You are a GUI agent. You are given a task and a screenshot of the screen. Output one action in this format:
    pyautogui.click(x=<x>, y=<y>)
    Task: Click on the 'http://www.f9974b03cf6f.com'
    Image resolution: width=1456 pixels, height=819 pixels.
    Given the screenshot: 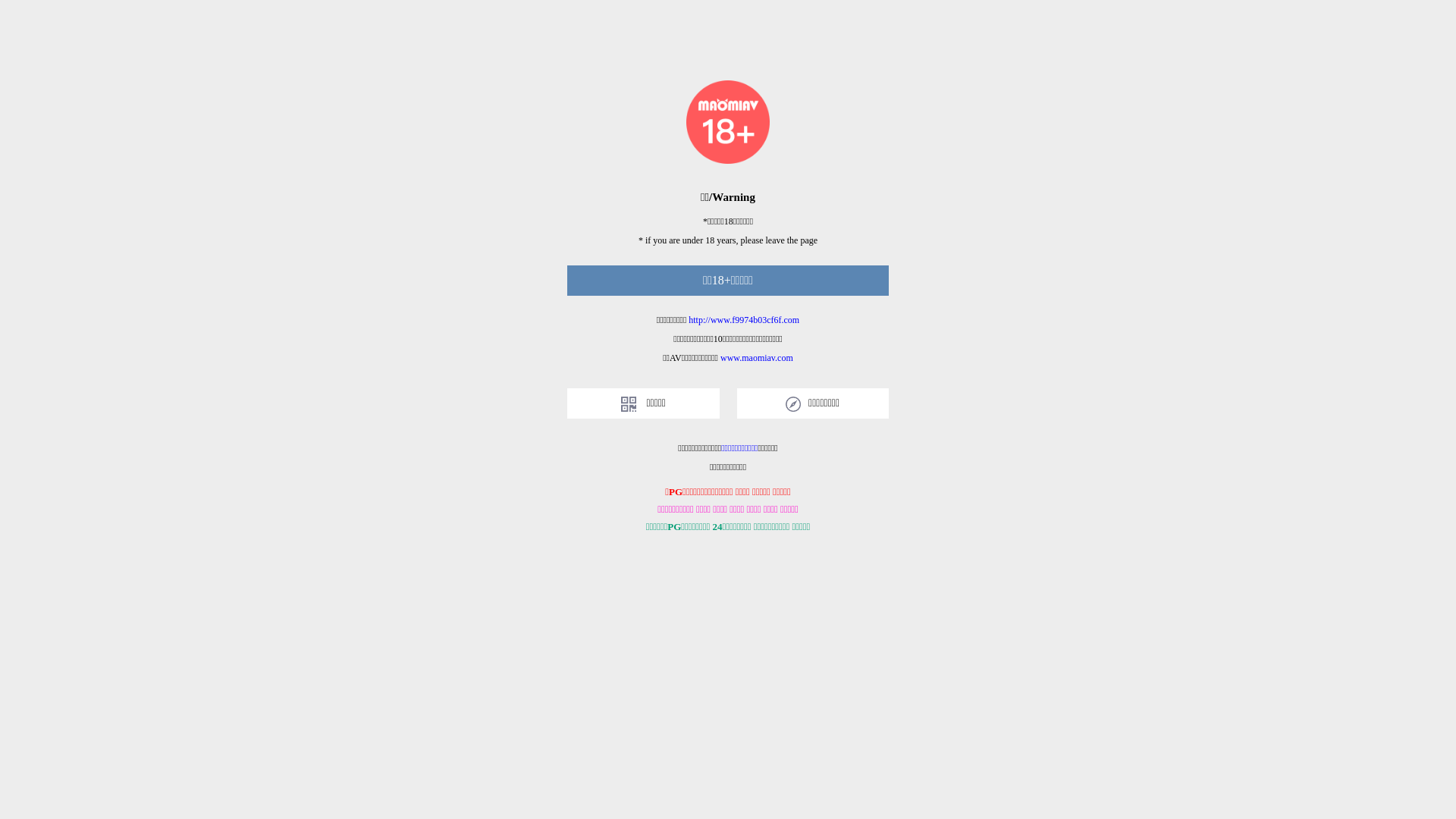 What is the action you would take?
    pyautogui.click(x=743, y=318)
    